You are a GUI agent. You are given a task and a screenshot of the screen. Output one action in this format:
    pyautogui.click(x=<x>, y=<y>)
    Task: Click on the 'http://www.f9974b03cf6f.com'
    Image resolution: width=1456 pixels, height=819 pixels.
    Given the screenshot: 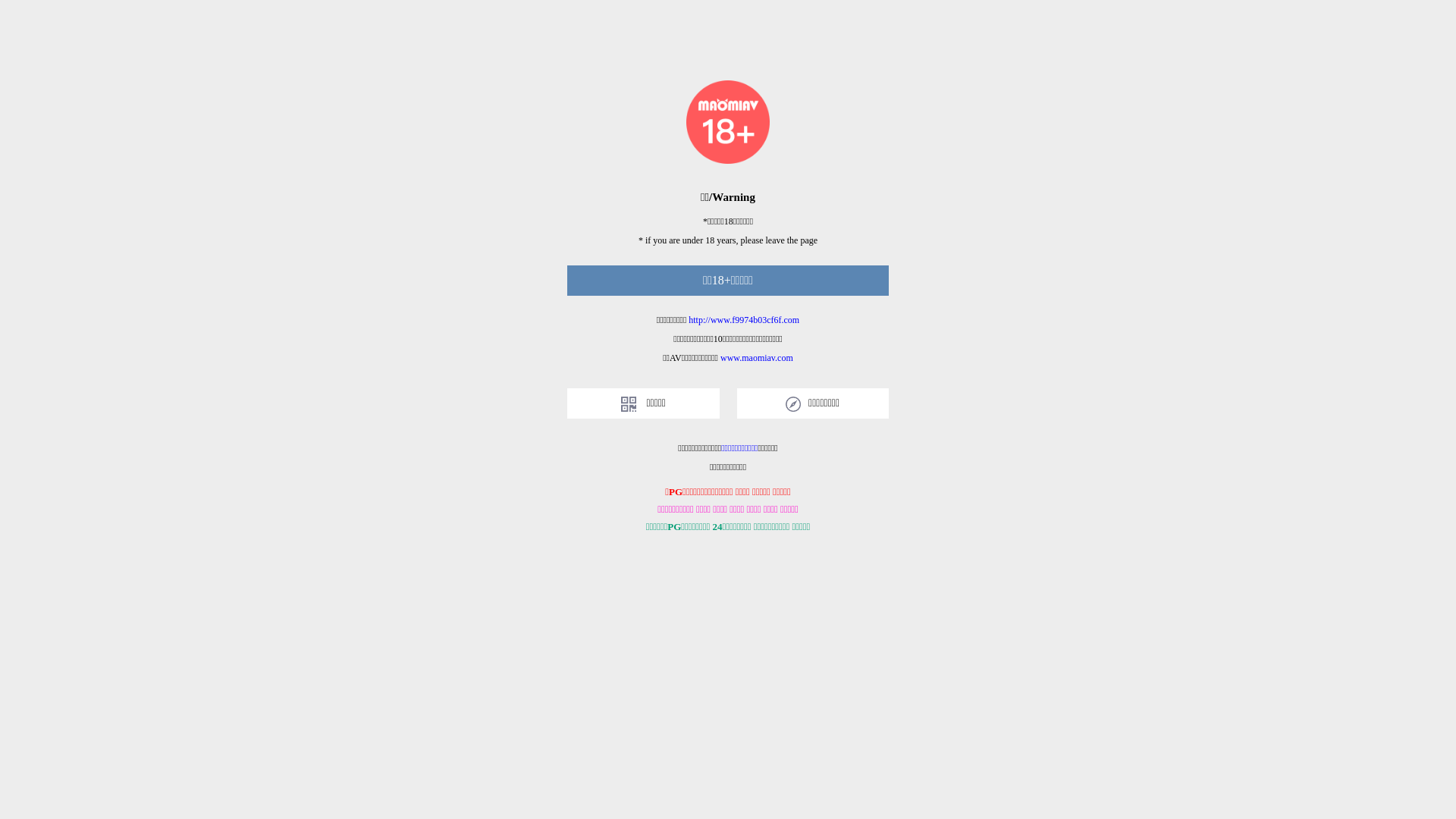 What is the action you would take?
    pyautogui.click(x=743, y=318)
    